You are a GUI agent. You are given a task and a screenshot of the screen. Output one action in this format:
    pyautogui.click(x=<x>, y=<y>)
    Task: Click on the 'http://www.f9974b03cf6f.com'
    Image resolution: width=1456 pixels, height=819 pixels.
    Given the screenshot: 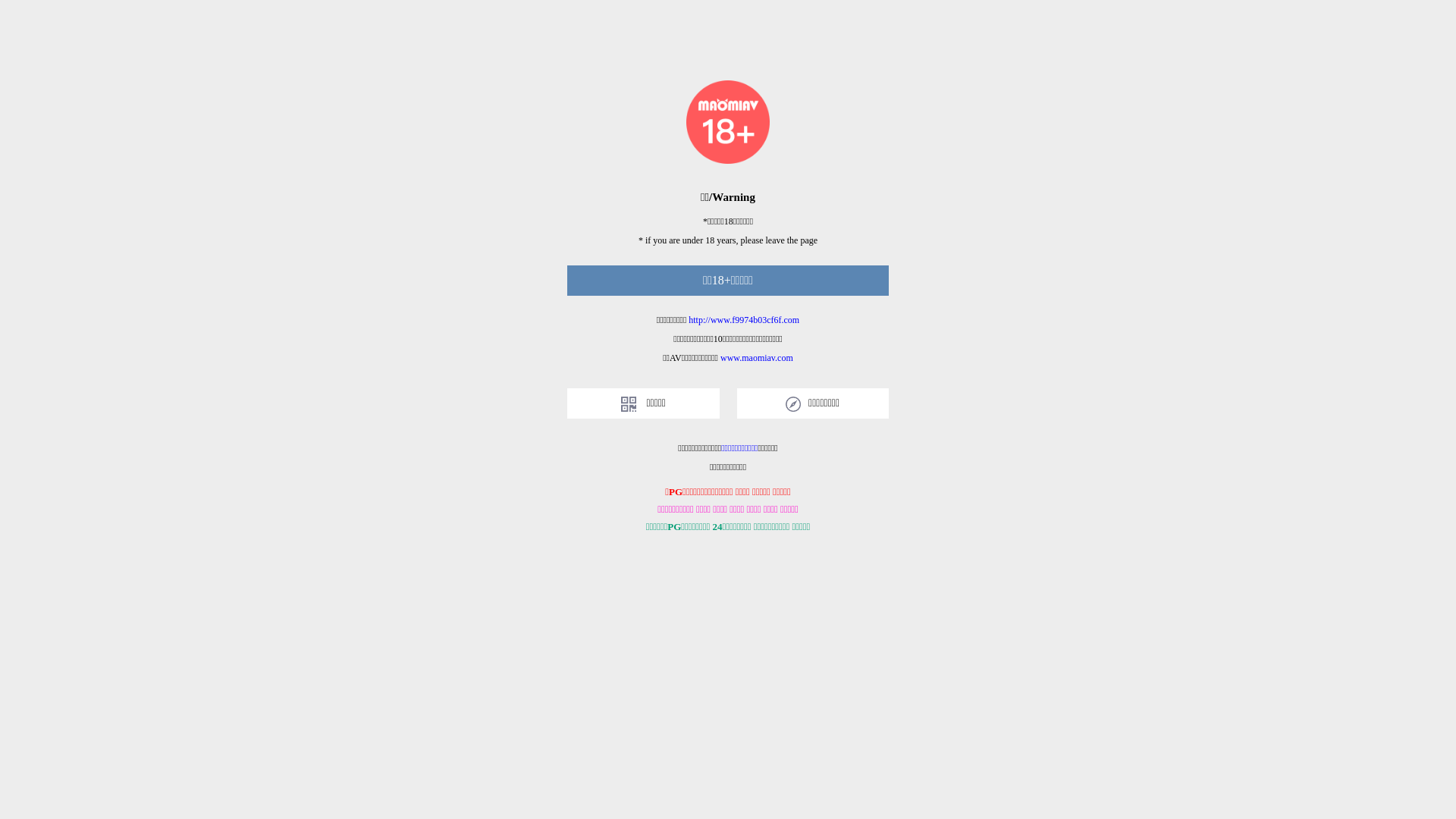 What is the action you would take?
    pyautogui.click(x=743, y=318)
    